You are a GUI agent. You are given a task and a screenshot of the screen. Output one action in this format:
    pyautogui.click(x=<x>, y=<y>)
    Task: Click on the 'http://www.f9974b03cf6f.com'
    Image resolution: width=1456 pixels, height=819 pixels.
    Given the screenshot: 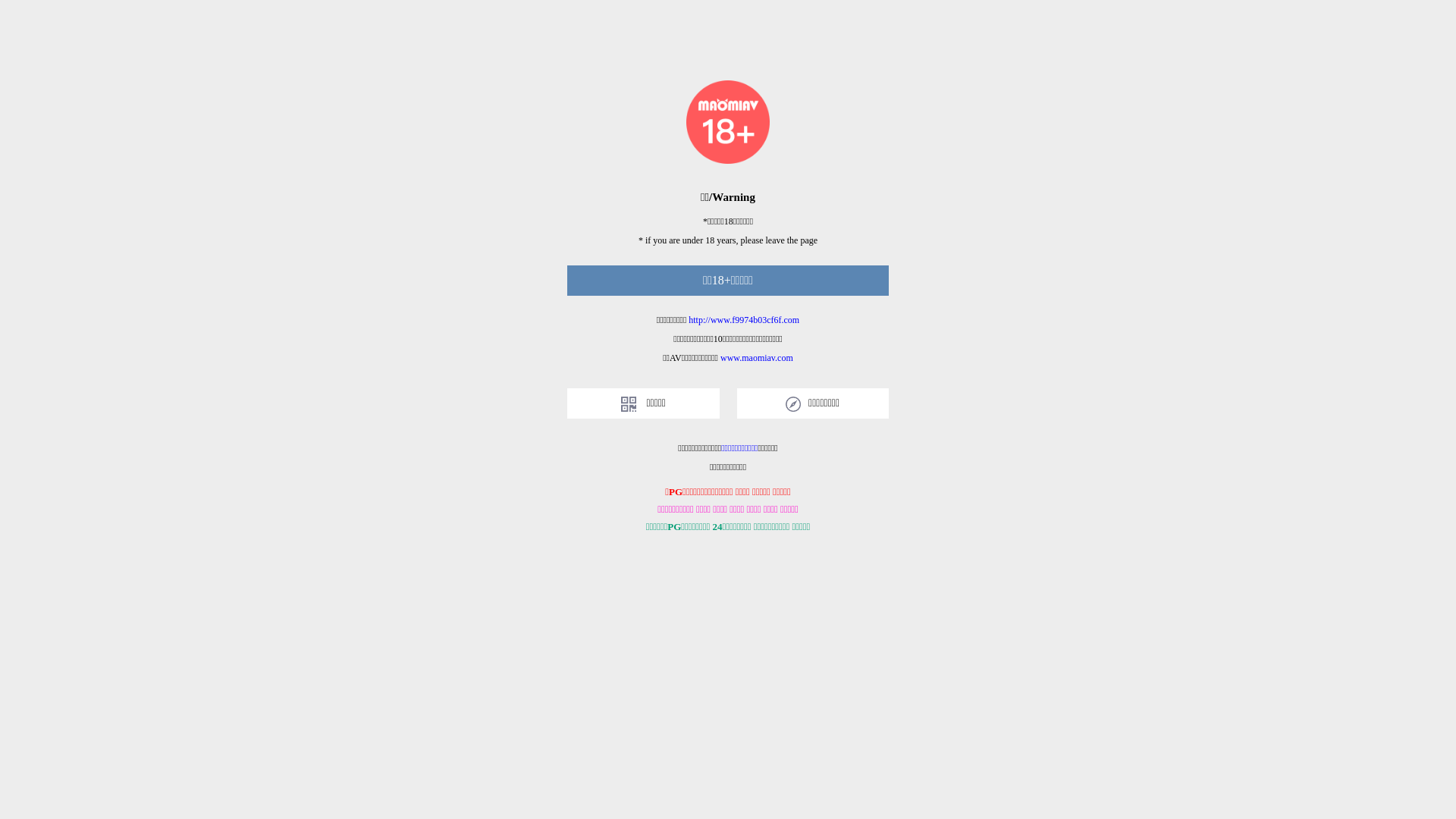 What is the action you would take?
    pyautogui.click(x=743, y=318)
    